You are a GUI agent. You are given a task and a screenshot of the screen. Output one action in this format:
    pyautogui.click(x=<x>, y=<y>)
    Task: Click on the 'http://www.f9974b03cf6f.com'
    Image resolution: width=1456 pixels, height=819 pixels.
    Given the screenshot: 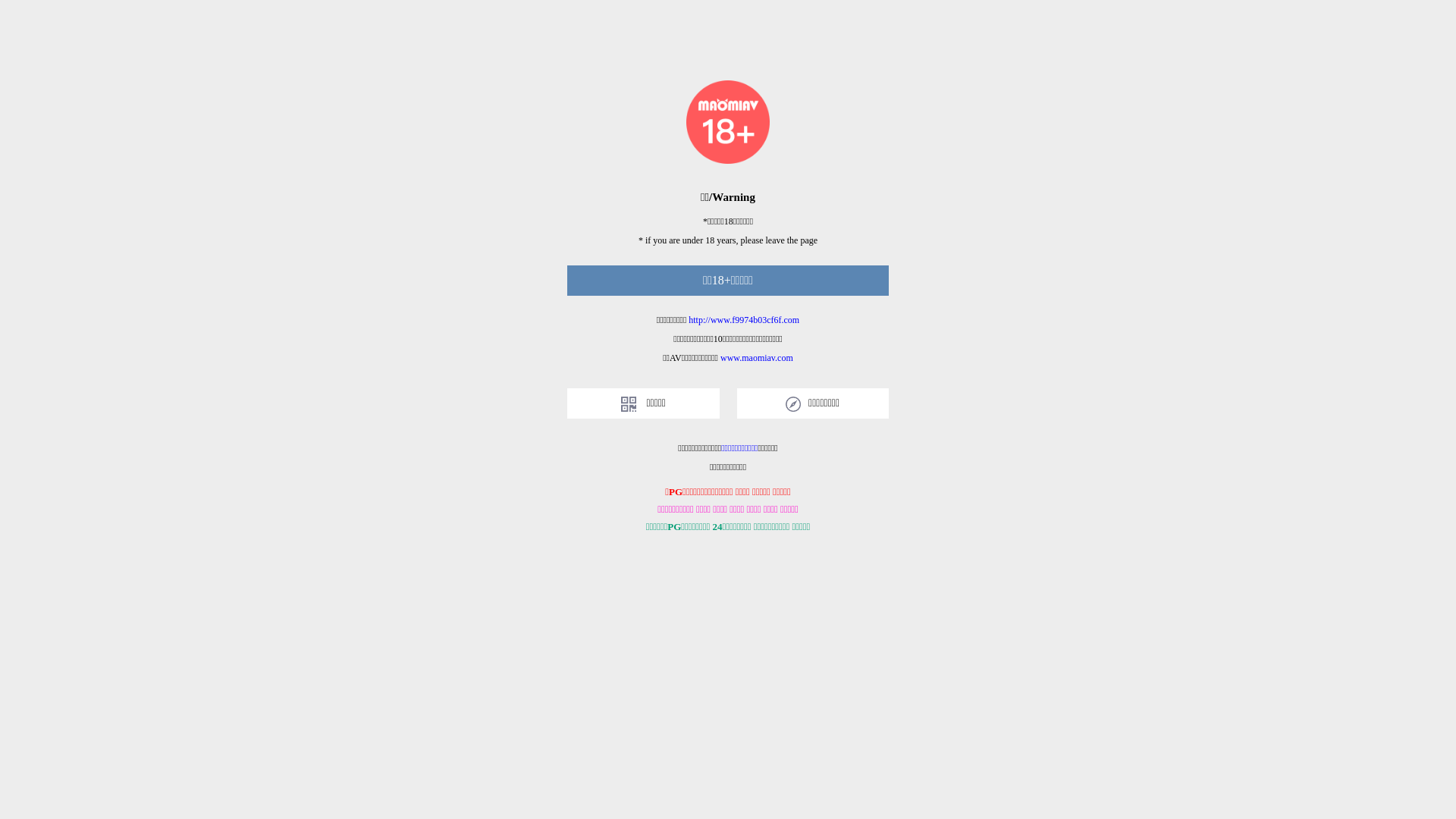 What is the action you would take?
    pyautogui.click(x=743, y=318)
    